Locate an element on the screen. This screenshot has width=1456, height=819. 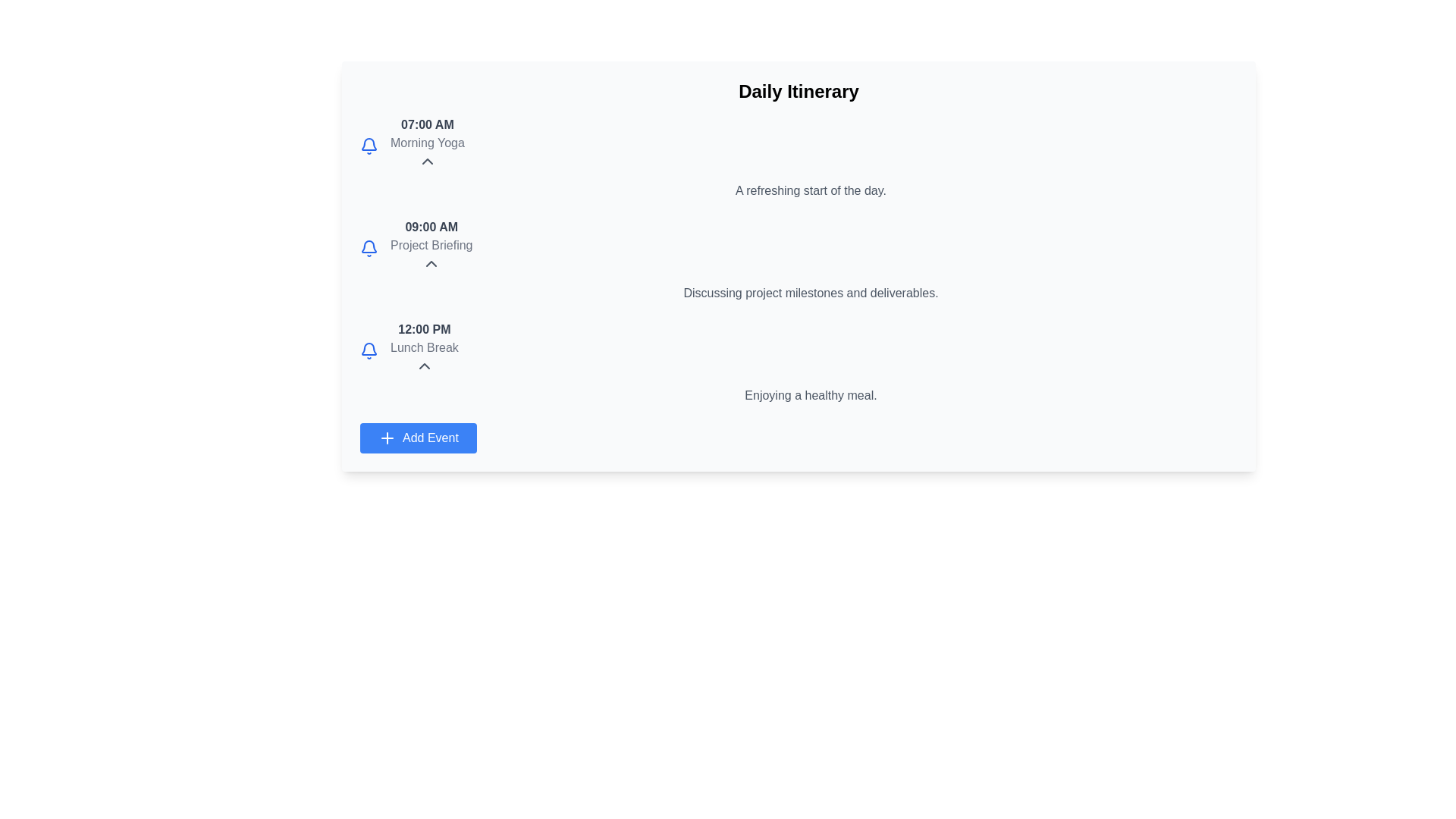
the small upward-pointing chevron icon styled in dark gray, located directly beneath the 'Lunch Break' text at 12:00 PM is located at coordinates (424, 366).